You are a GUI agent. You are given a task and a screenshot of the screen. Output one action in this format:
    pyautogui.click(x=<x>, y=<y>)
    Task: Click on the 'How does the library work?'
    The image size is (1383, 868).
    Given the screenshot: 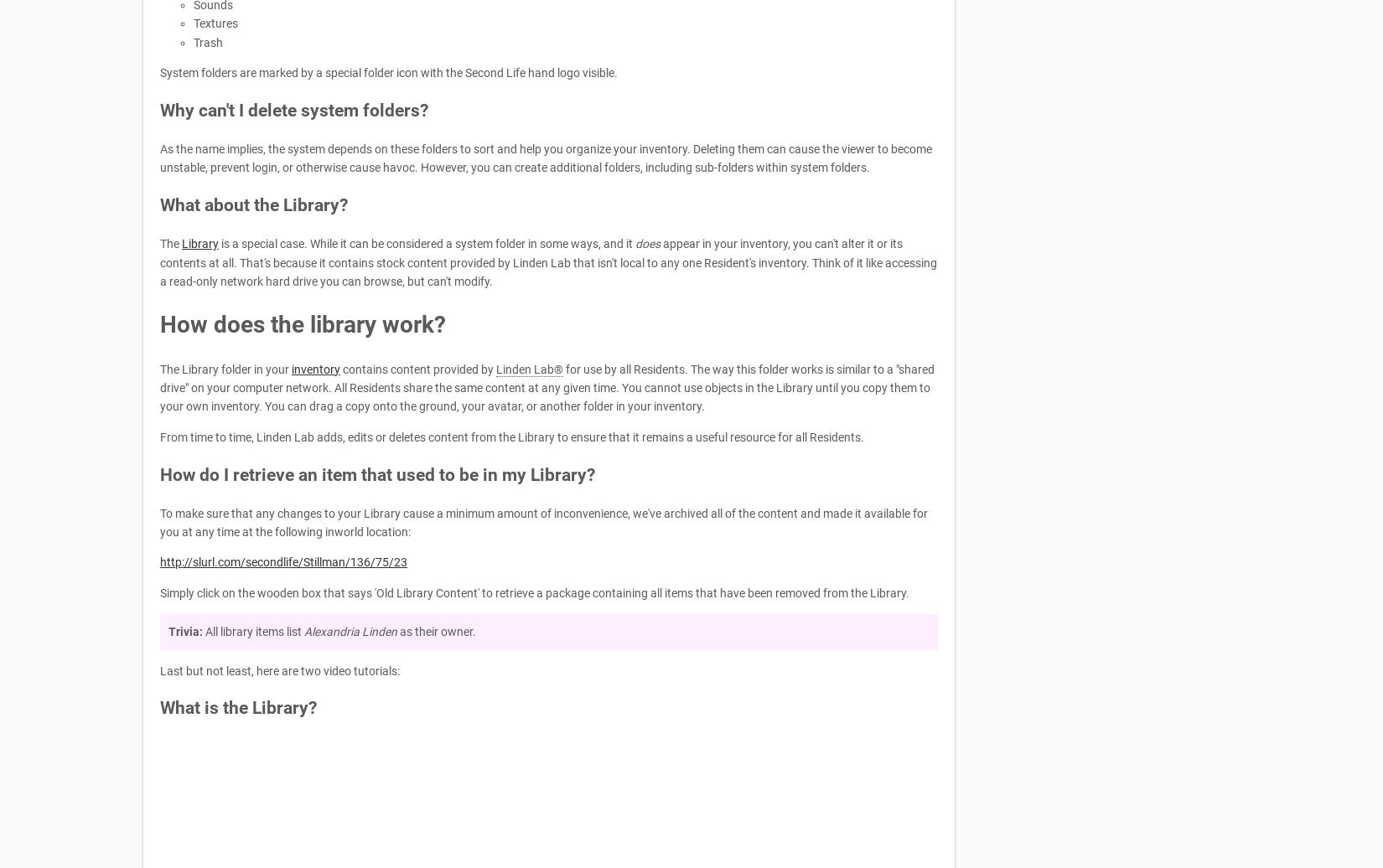 What is the action you would take?
    pyautogui.click(x=160, y=324)
    